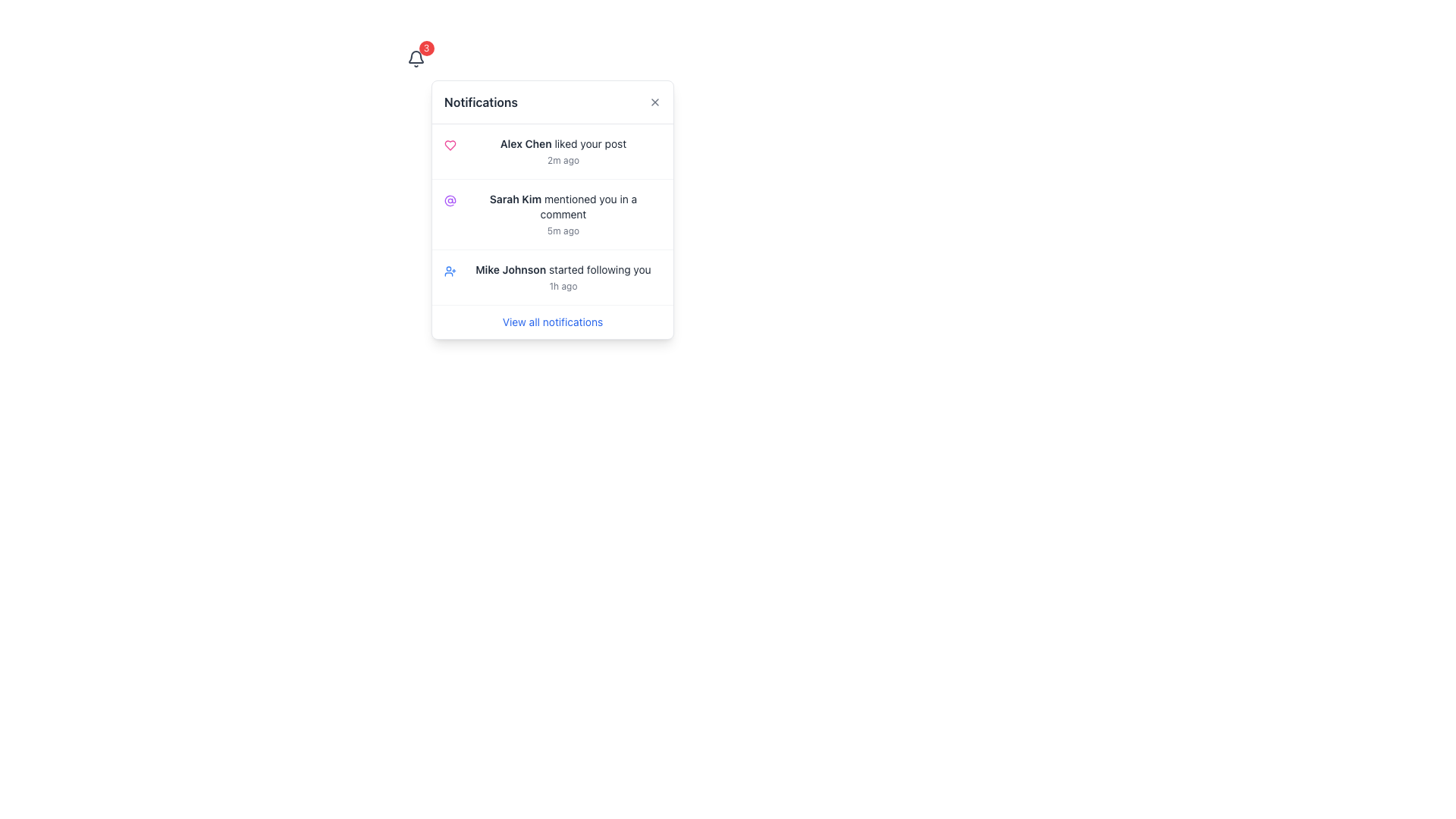  Describe the element at coordinates (563, 152) in the screenshot. I see `the first notification entry indicating that 'Alex Chen liked your post' in the notification panel` at that location.